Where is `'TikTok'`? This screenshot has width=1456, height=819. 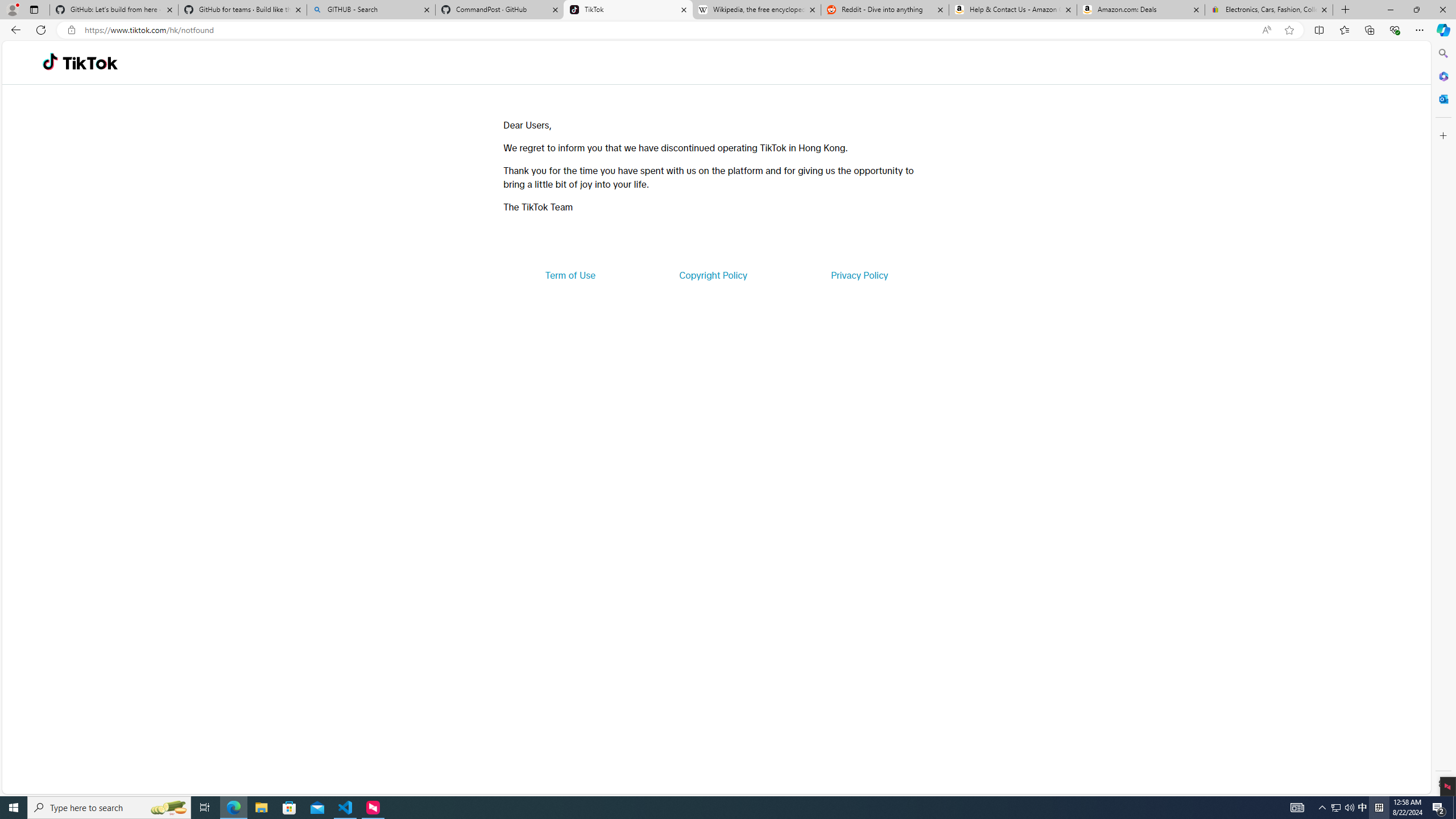 'TikTok' is located at coordinates (90, 63).